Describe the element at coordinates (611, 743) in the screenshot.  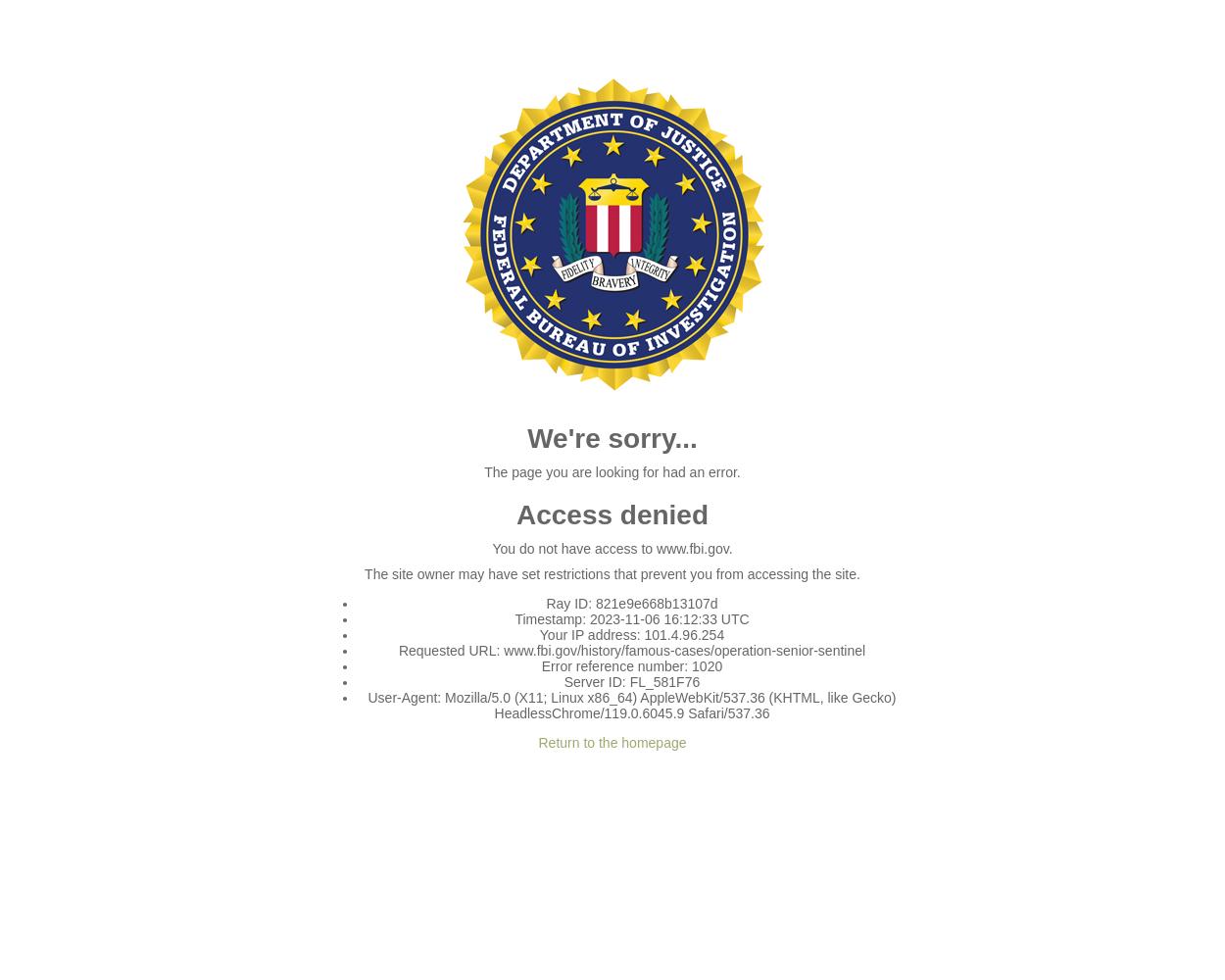
I see `'Return to the homepage'` at that location.